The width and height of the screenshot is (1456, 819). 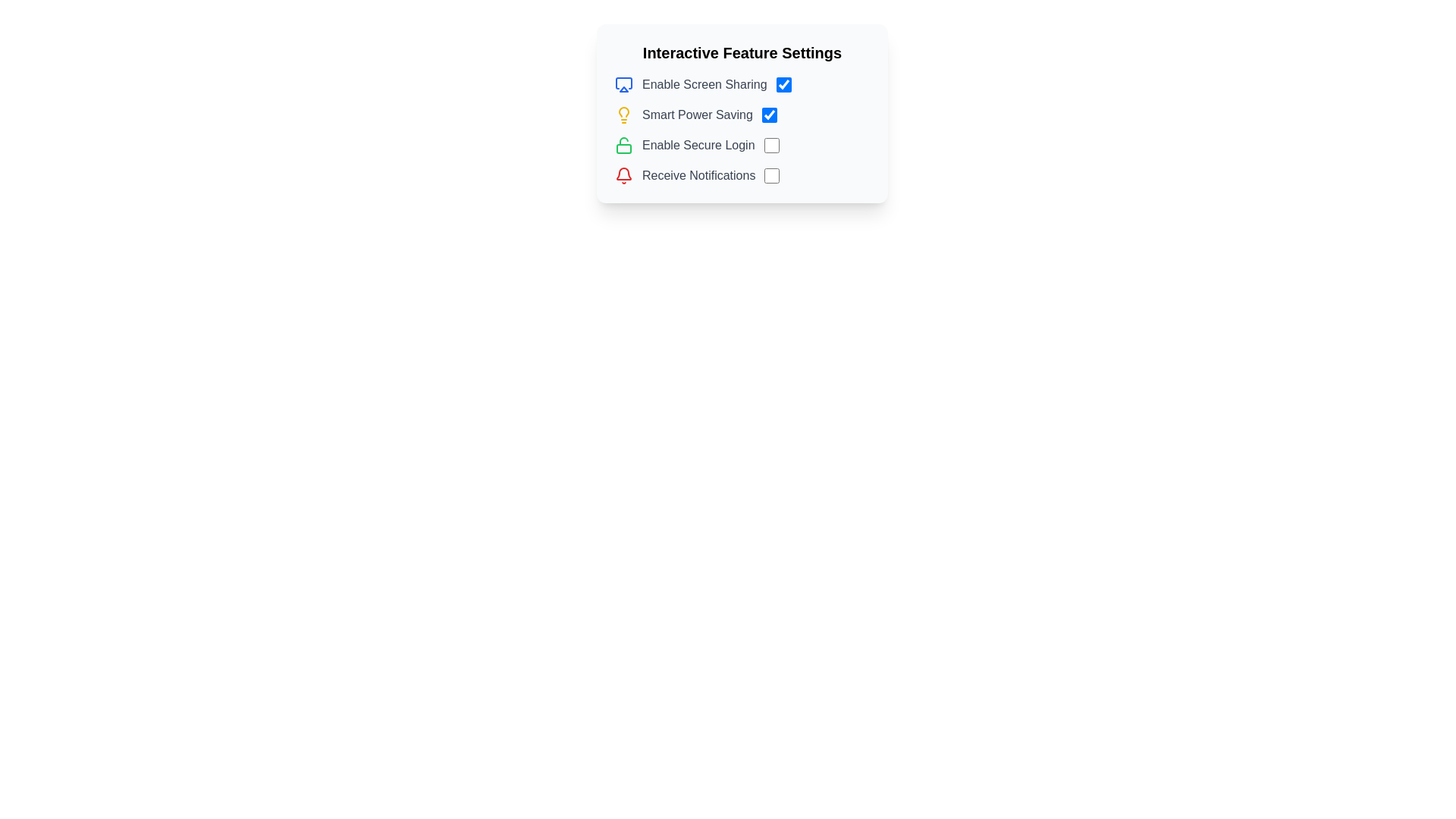 What do you see at coordinates (742, 52) in the screenshot?
I see `the bold, black-colored header reading 'Interactive Feature Settings' that is positioned above a list of interactive feature controls in a light gray panel` at bounding box center [742, 52].